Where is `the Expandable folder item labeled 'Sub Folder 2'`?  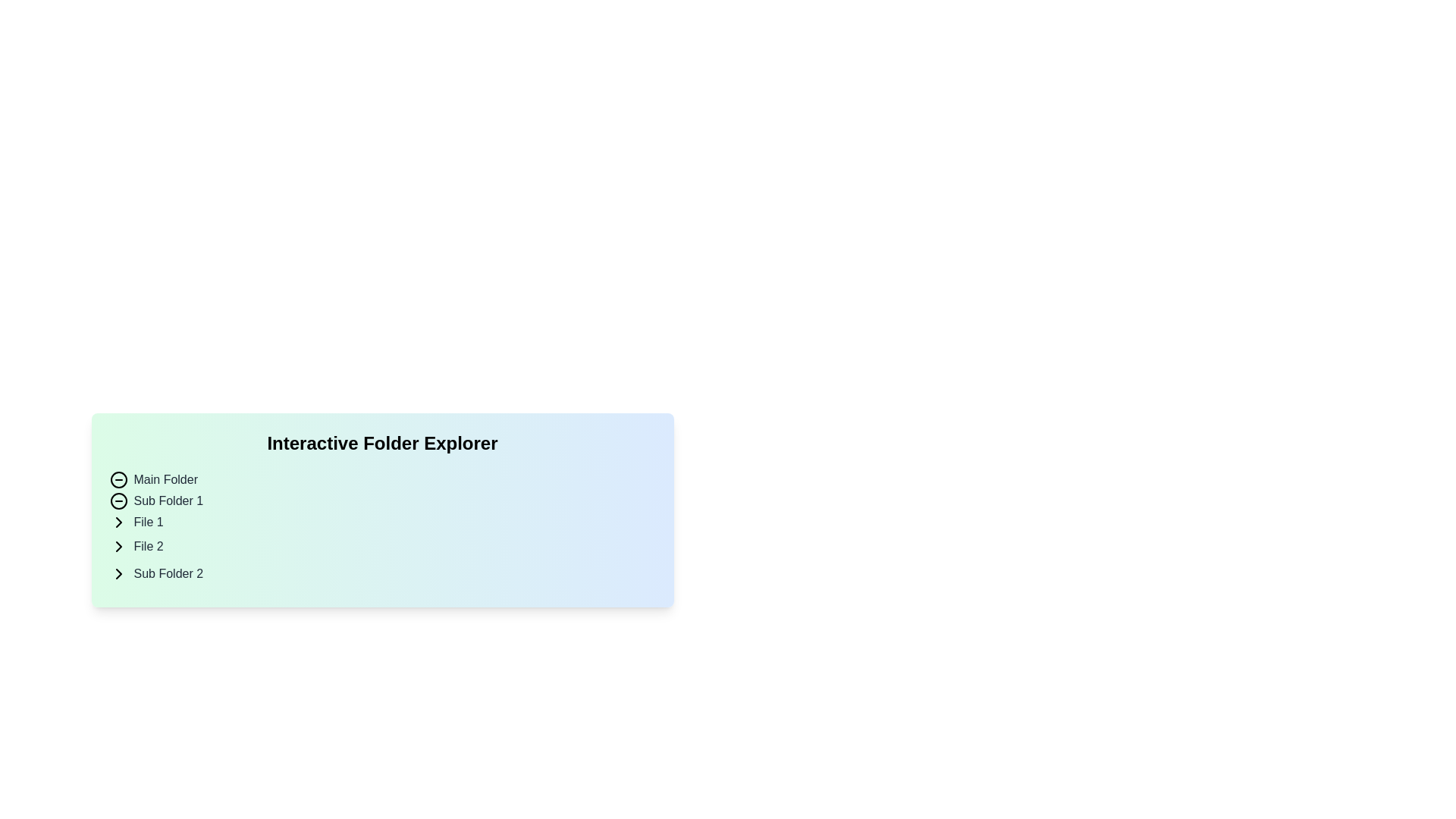 the Expandable folder item labeled 'Sub Folder 2' is located at coordinates (382, 573).